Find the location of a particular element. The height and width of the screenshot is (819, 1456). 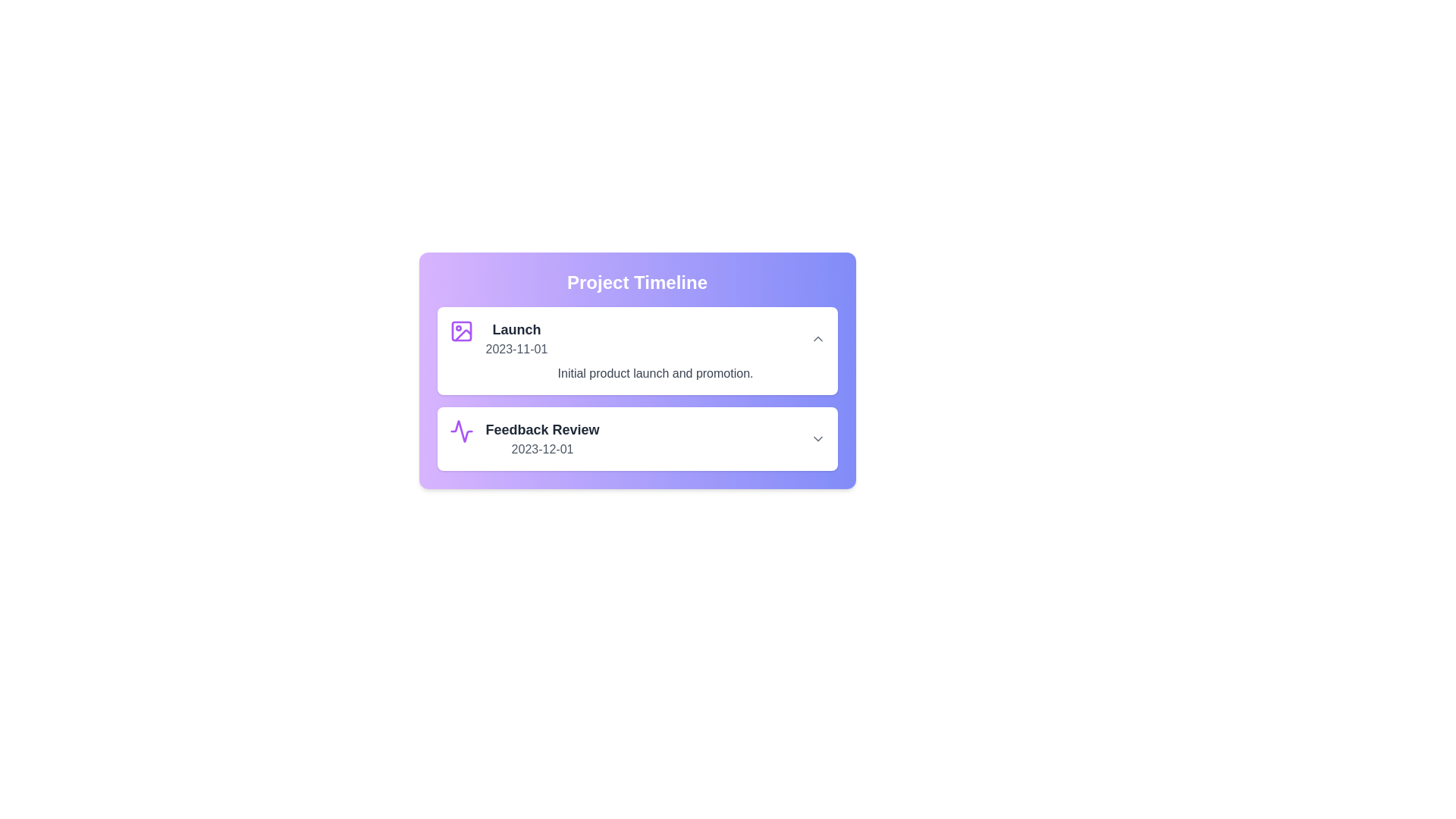

the static text label that provides information about the project milestone, specifically the launch event, located centrally within the 'Launch' section of the card is located at coordinates (655, 374).